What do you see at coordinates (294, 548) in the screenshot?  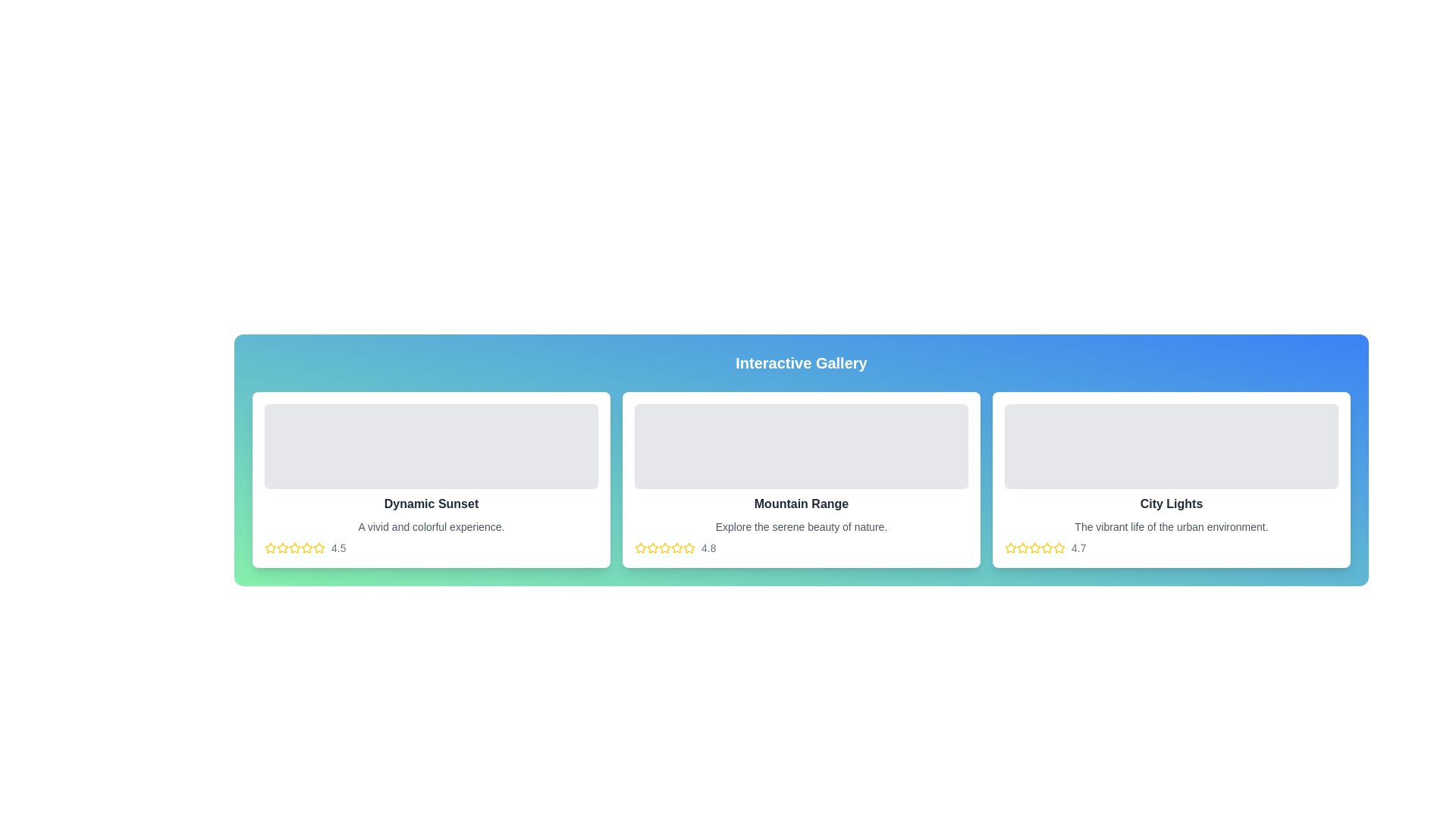 I see `the second star-shaped rating icon in the rating area underneath the 'Dynamic Sunset' card to interact with it` at bounding box center [294, 548].